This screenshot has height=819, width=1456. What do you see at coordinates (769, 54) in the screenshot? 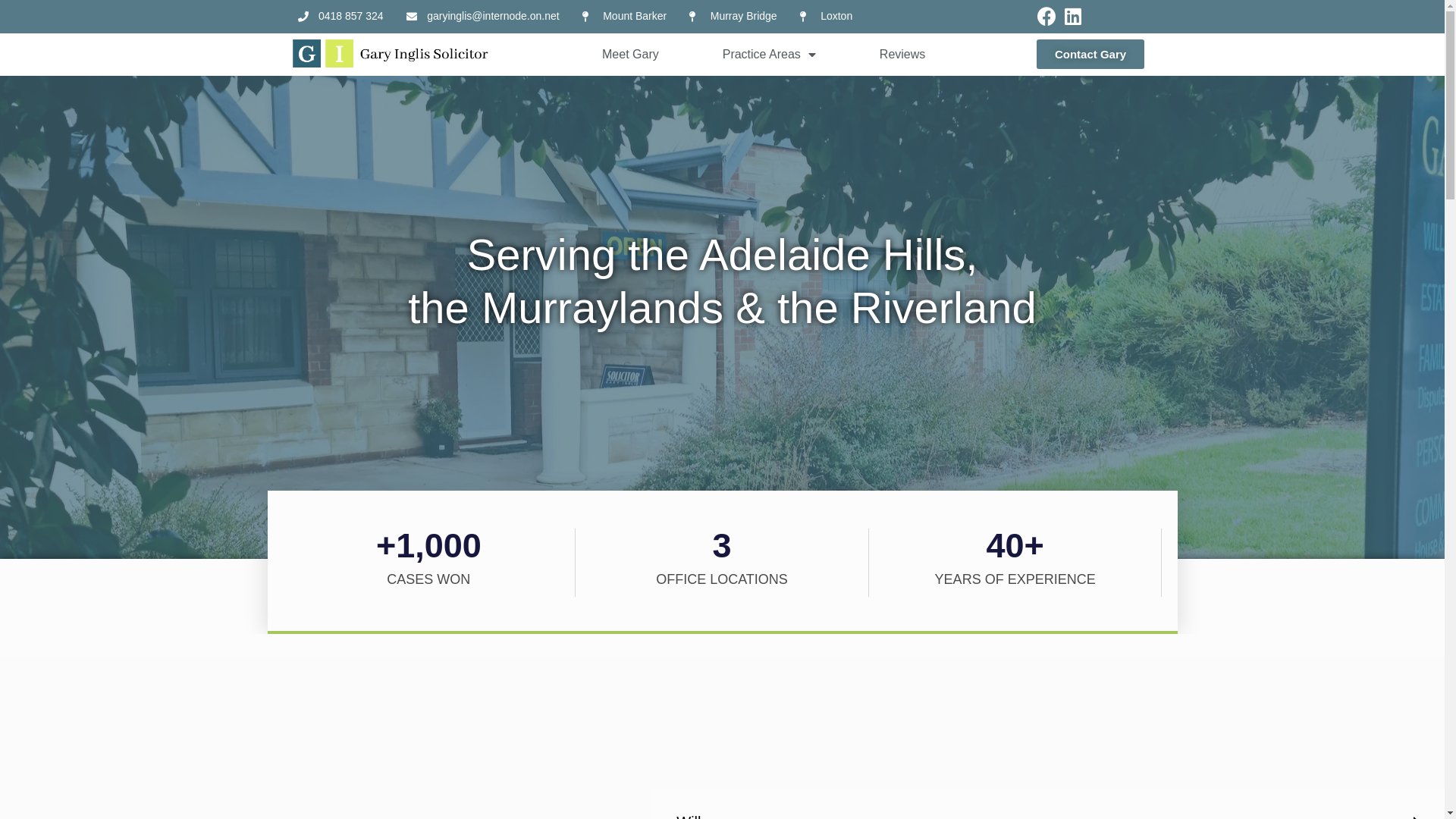
I see `'Practice Areas'` at bounding box center [769, 54].